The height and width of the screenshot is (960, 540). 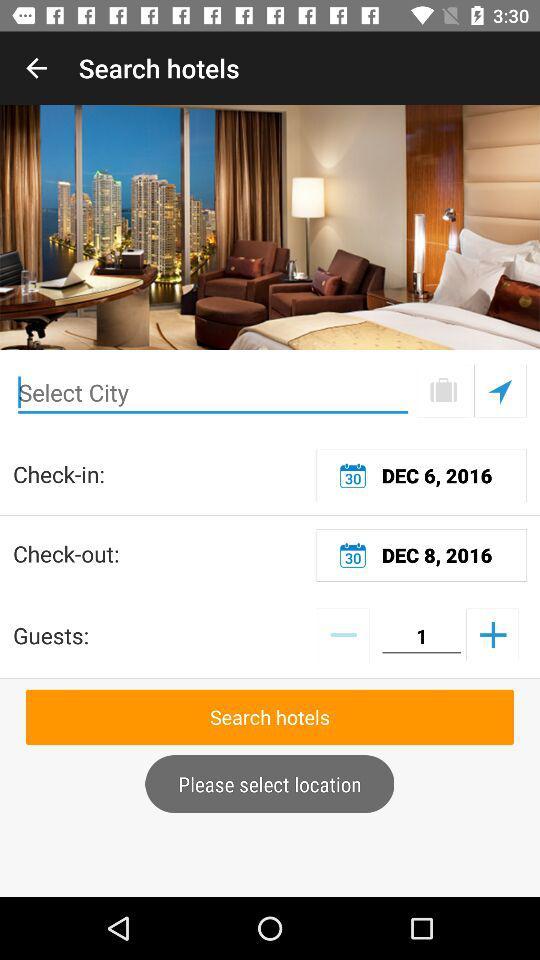 I want to click on look up city, so click(x=443, y=390).